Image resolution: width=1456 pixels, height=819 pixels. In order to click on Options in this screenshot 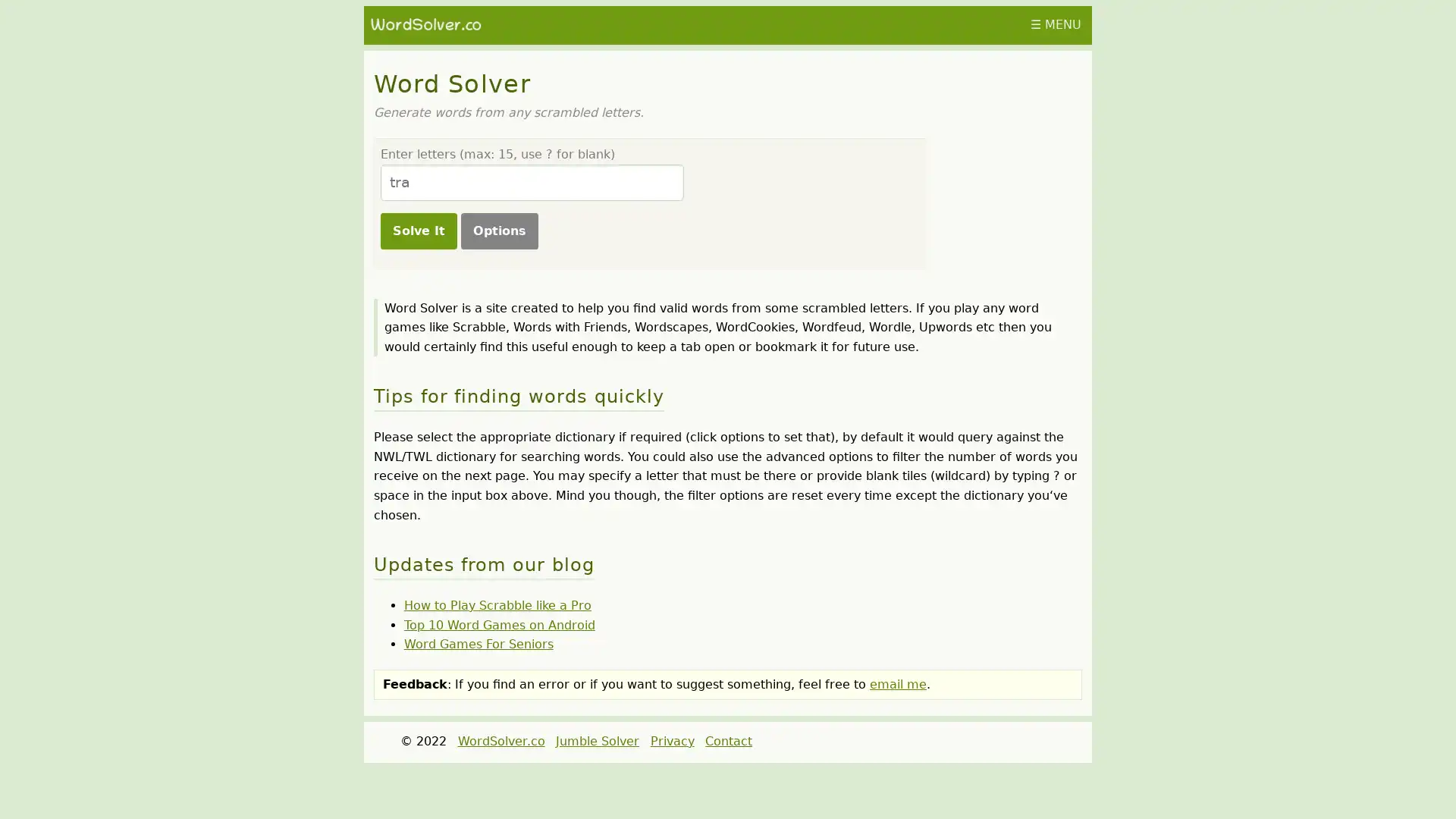, I will do `click(498, 231)`.